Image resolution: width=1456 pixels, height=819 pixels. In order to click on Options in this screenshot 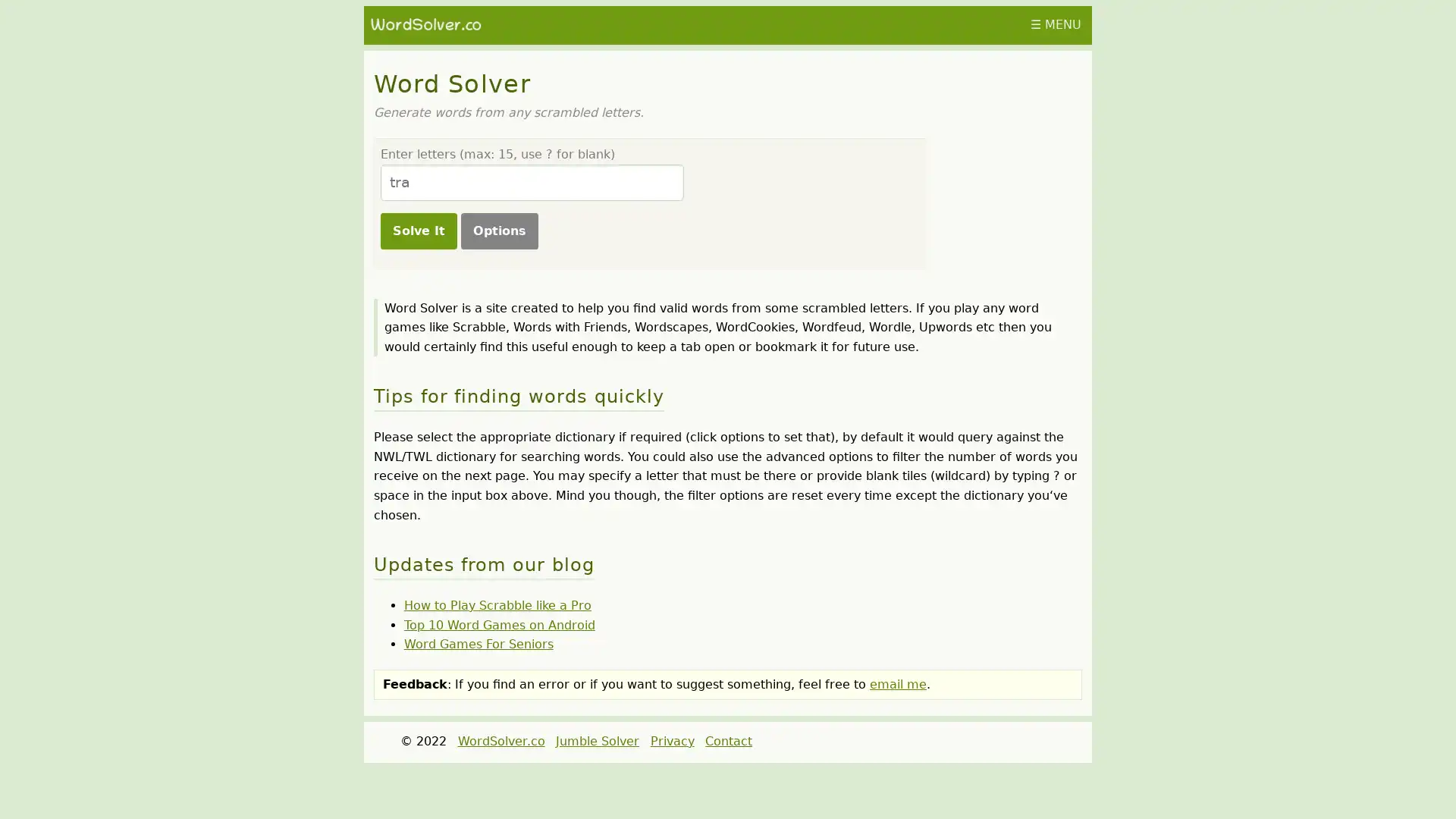, I will do `click(498, 231)`.